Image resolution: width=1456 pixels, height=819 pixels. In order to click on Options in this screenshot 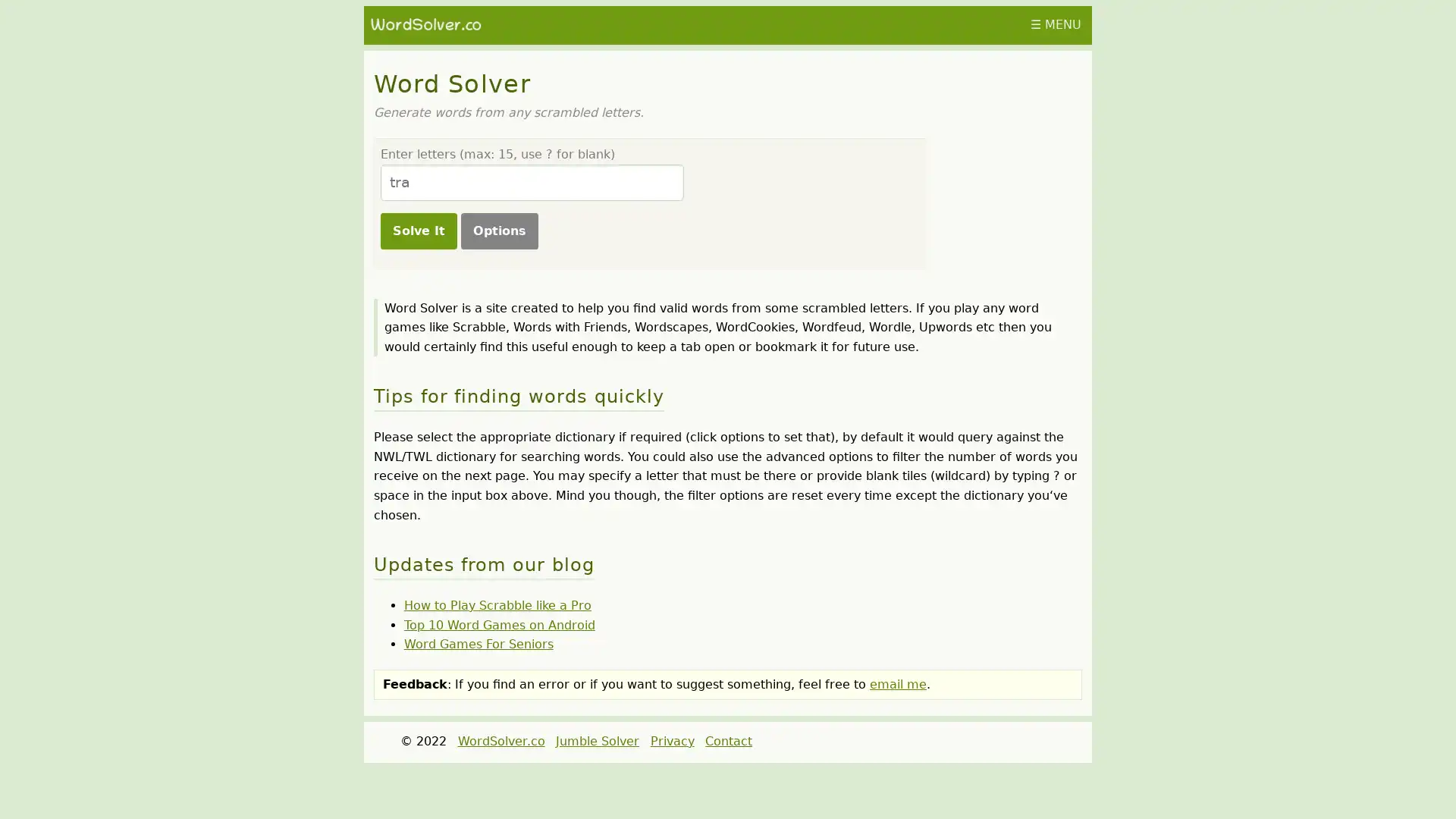, I will do `click(498, 231)`.